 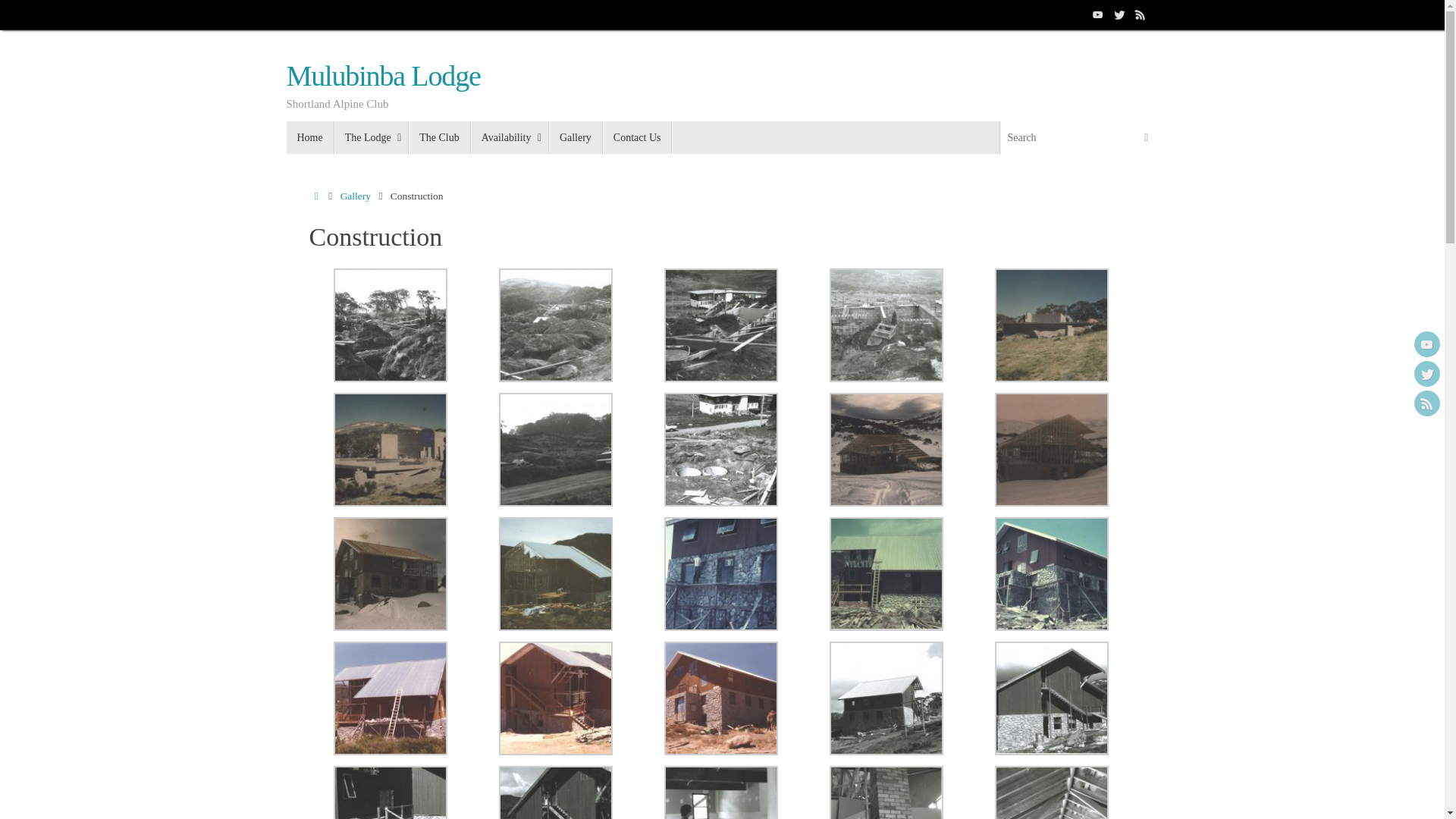 I want to click on 'Home', so click(x=315, y=195).